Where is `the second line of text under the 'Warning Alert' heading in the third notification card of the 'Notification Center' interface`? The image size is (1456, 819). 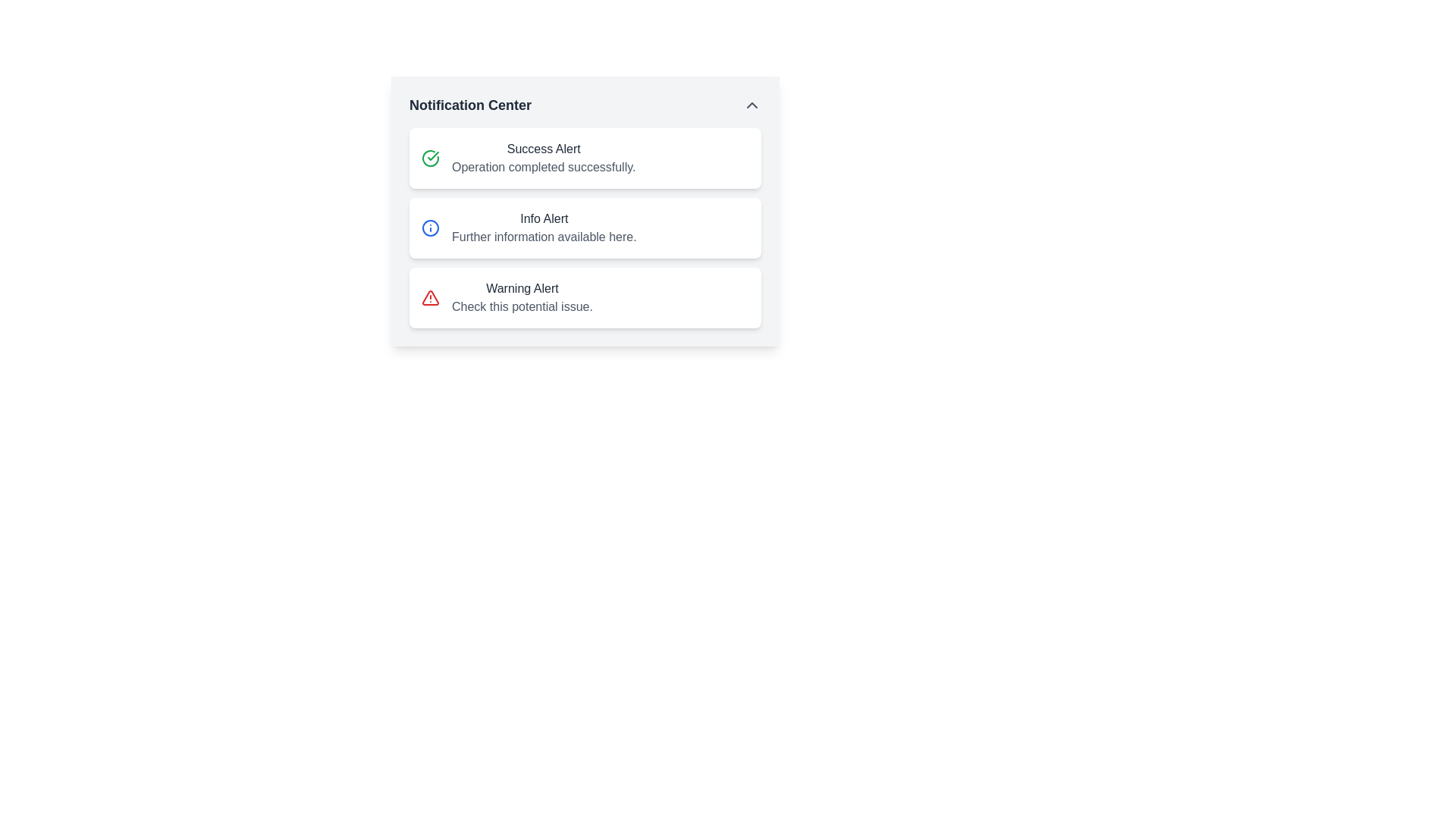
the second line of text under the 'Warning Alert' heading in the third notification card of the 'Notification Center' interface is located at coordinates (522, 307).